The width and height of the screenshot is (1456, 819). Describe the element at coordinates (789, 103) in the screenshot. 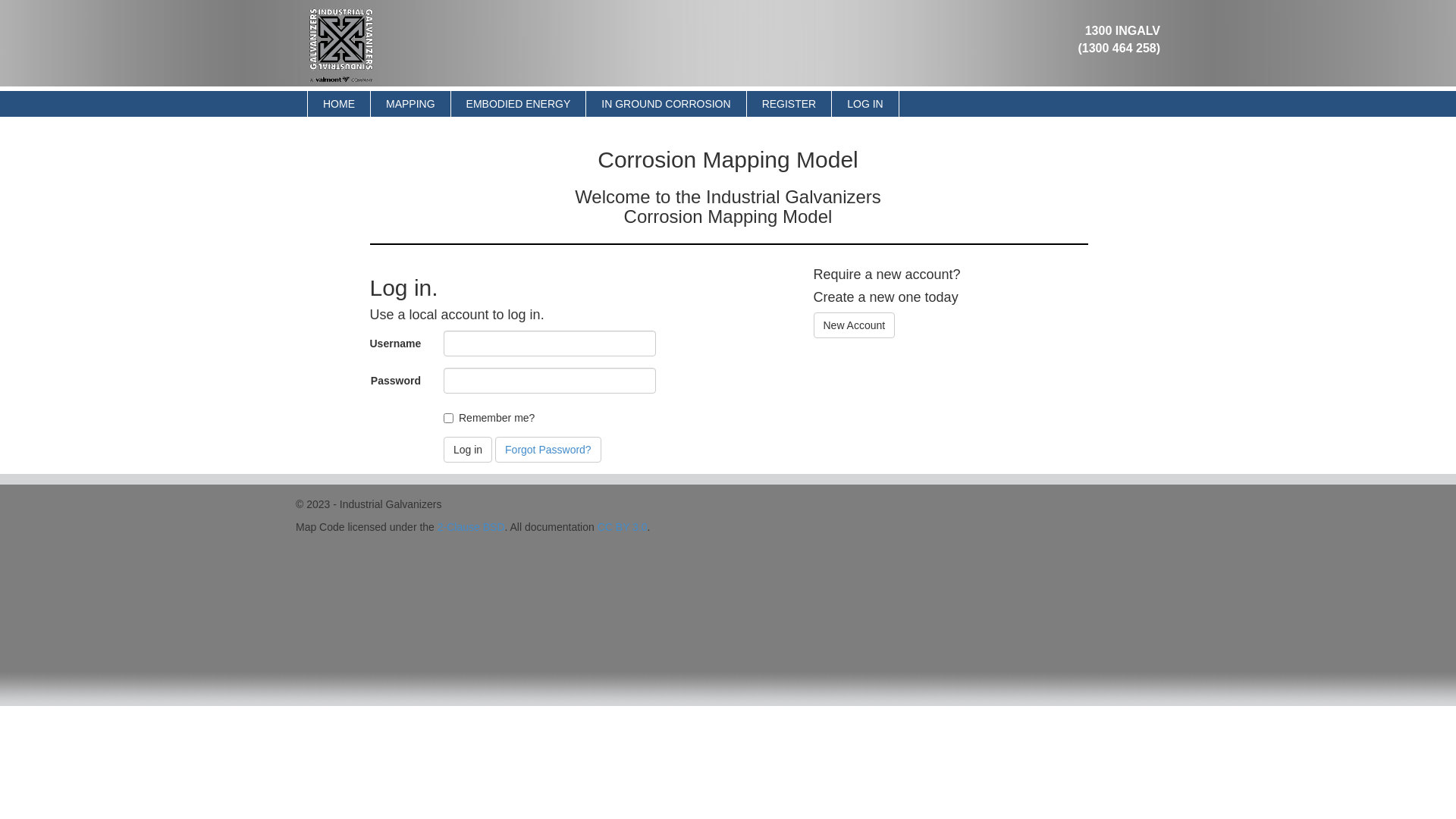

I see `'REGISTER'` at that location.